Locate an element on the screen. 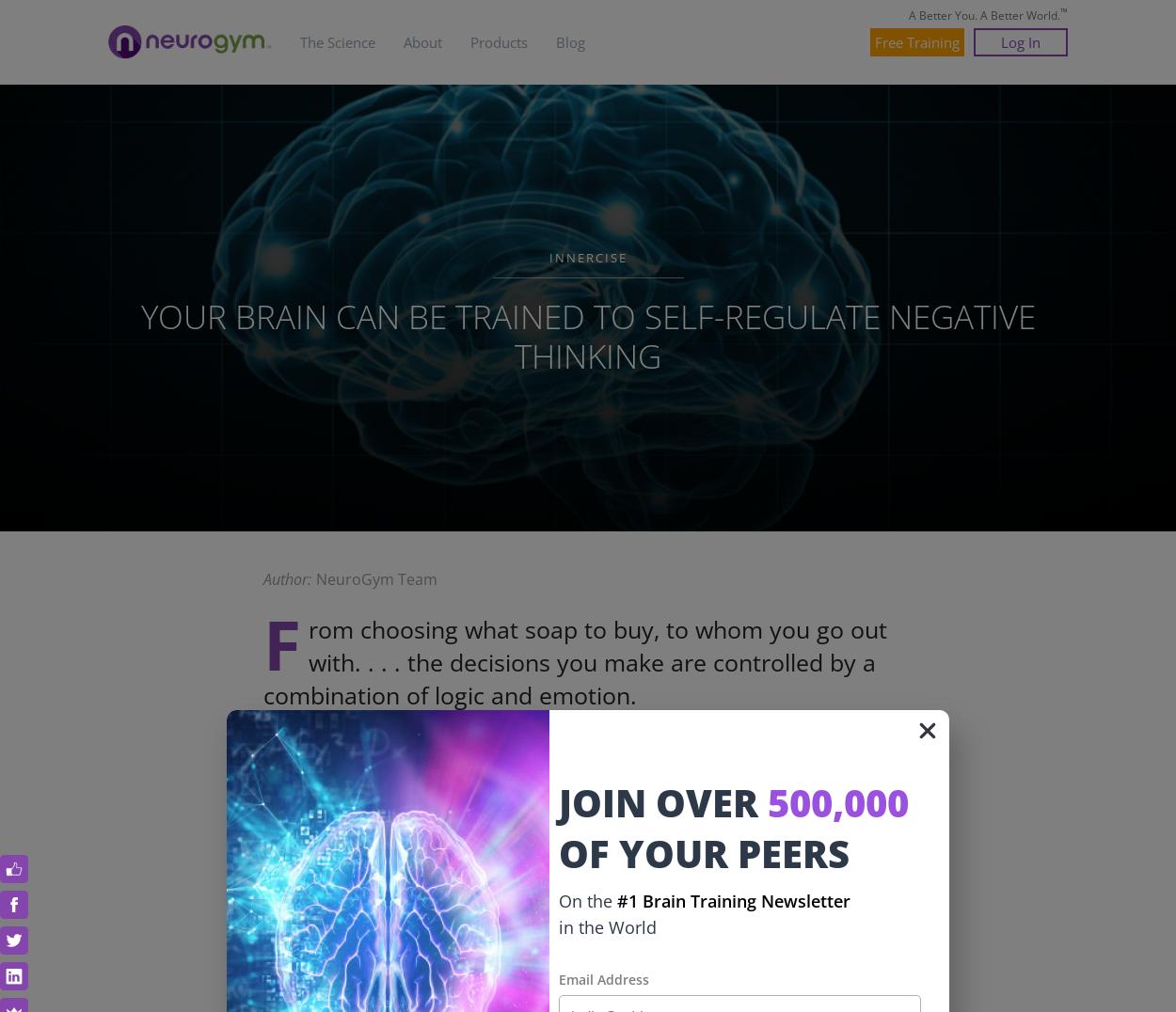 This screenshot has height=1012, width=1176. 'That sounds simple enough, but every time you resolve to do or not do something, your brain is deliberating a multitude of factors at lightning speed.' is located at coordinates (581, 755).